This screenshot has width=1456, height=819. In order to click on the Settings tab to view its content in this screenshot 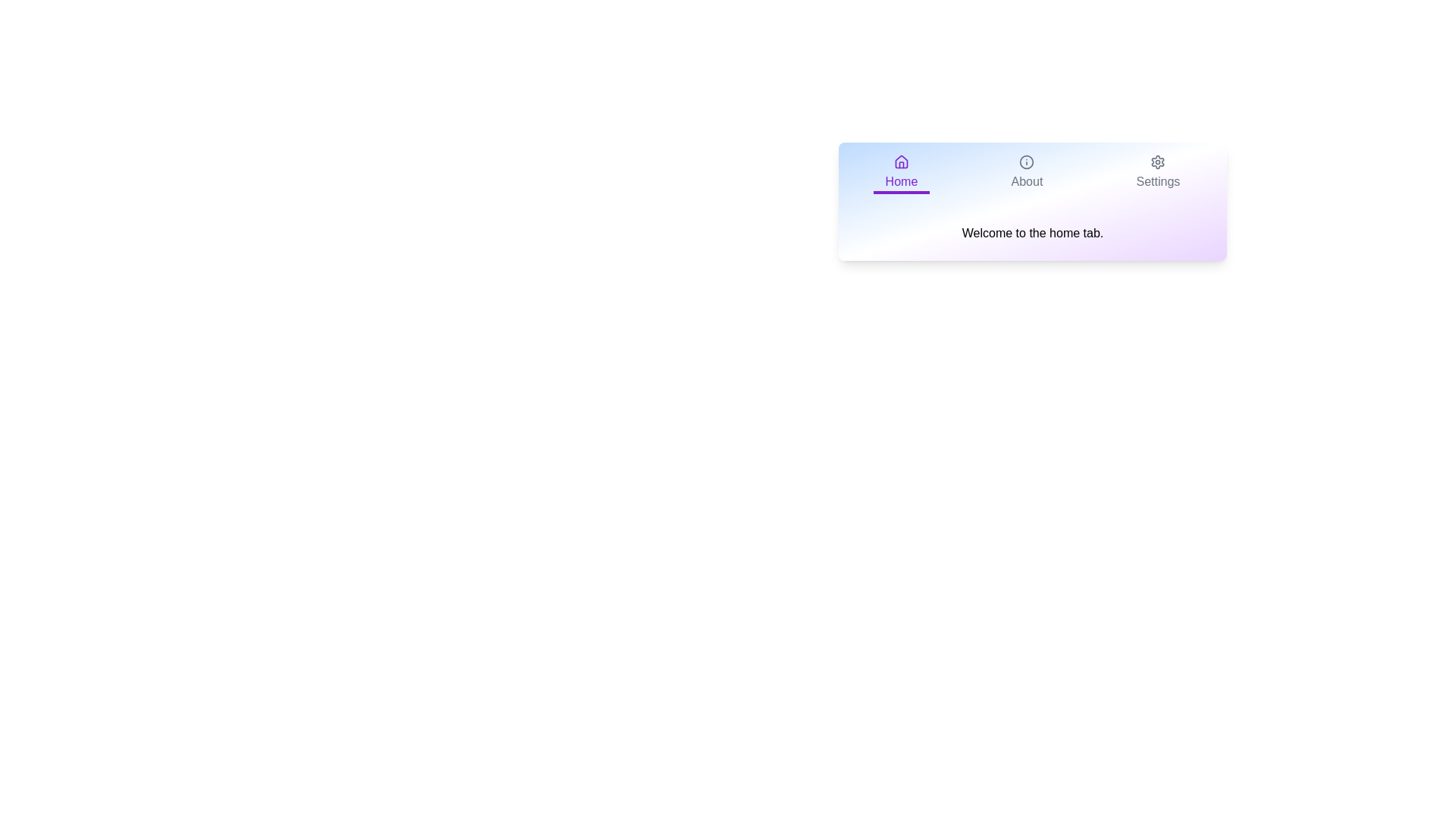, I will do `click(1157, 174)`.